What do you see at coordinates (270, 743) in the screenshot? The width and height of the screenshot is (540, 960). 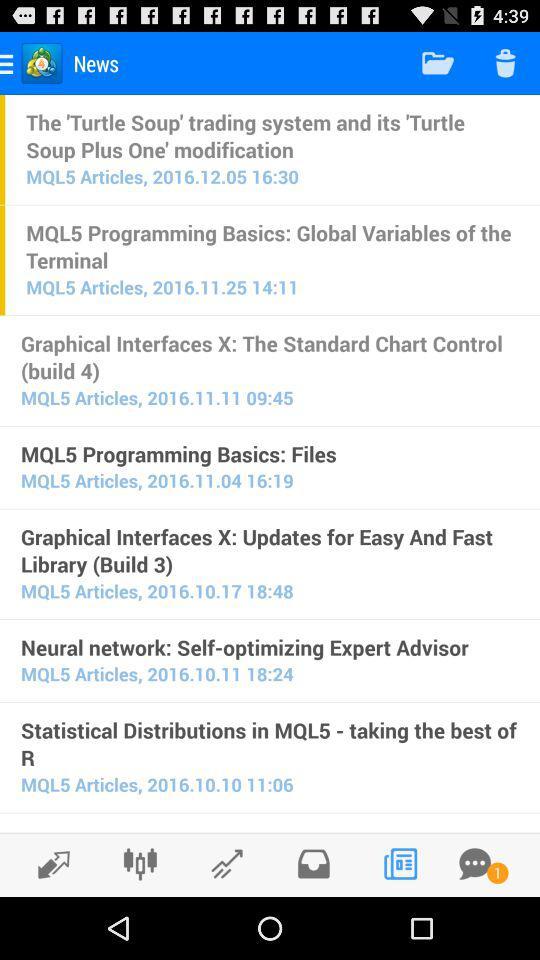 I see `icon below the mql5 articles 2016 icon` at bounding box center [270, 743].